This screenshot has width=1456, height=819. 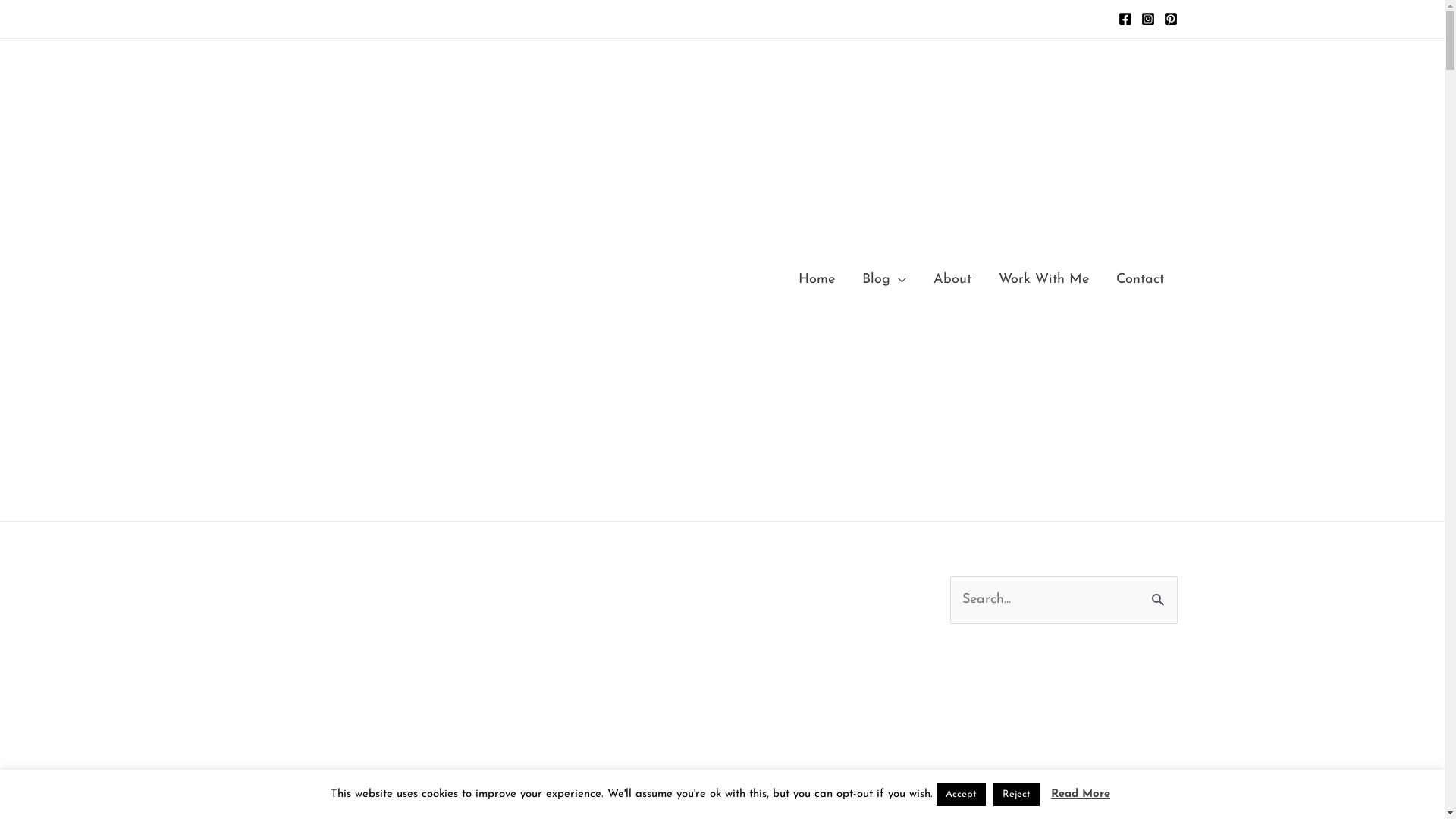 What do you see at coordinates (950, 280) in the screenshot?
I see `'About'` at bounding box center [950, 280].